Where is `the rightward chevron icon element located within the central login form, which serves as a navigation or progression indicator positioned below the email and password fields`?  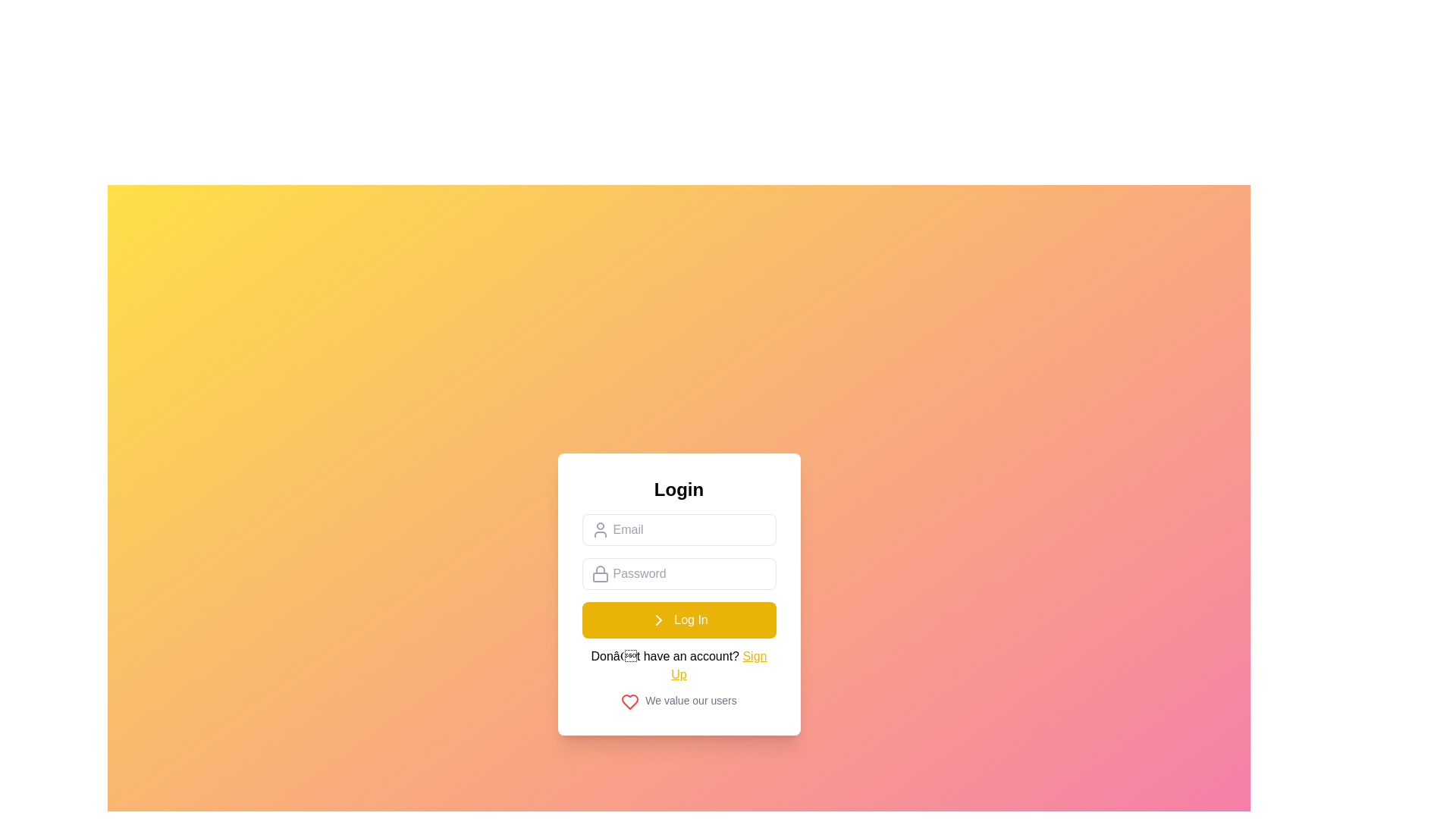
the rightward chevron icon element located within the central login form, which serves as a navigation or progression indicator positioned below the email and password fields is located at coordinates (659, 620).